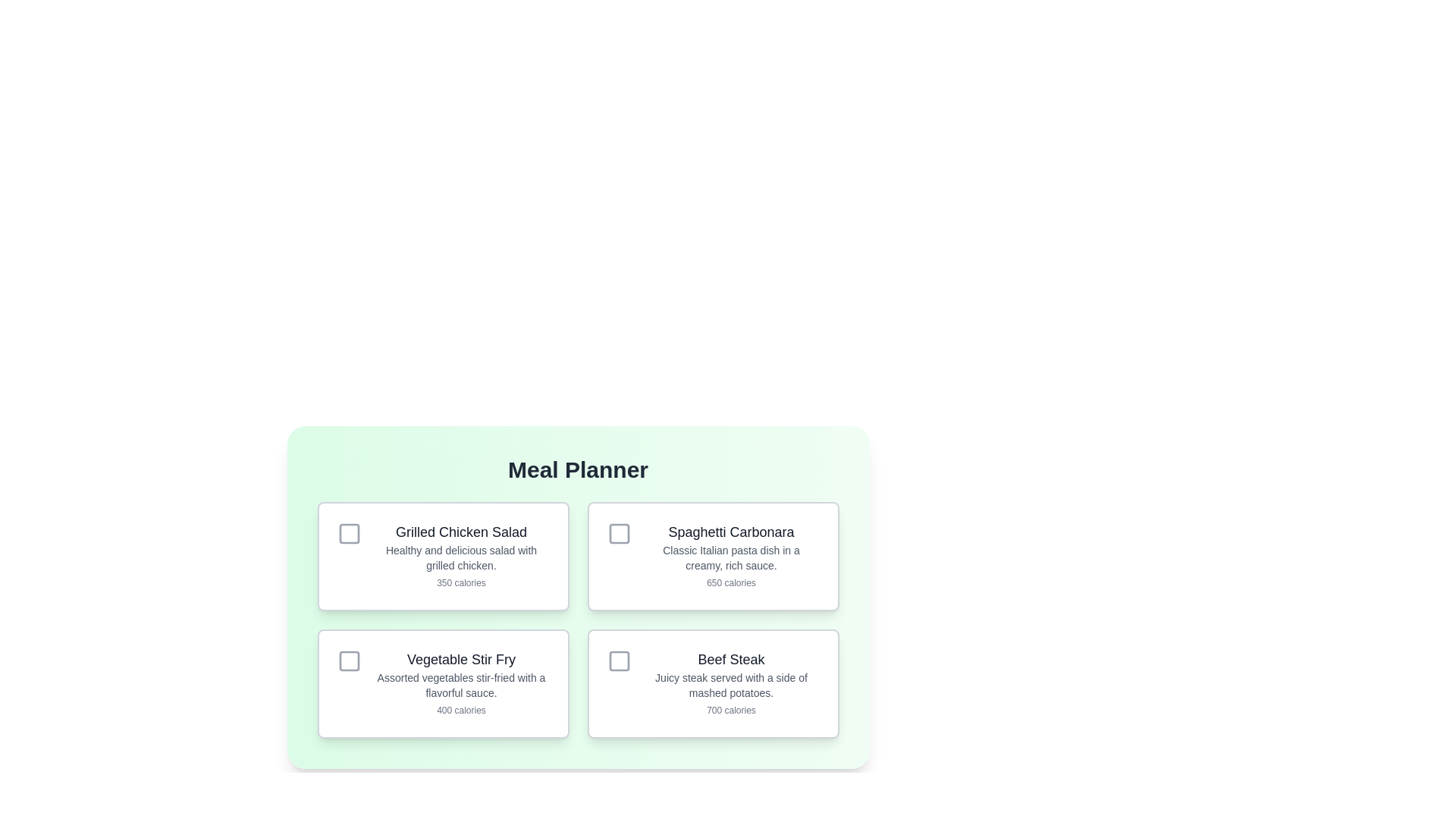 The width and height of the screenshot is (1456, 819). Describe the element at coordinates (460, 532) in the screenshot. I see `the text label 'Grilled Chicken Salad', which is styled in a large, bold font and located at the top of the first card in the Meal Planner section` at that location.